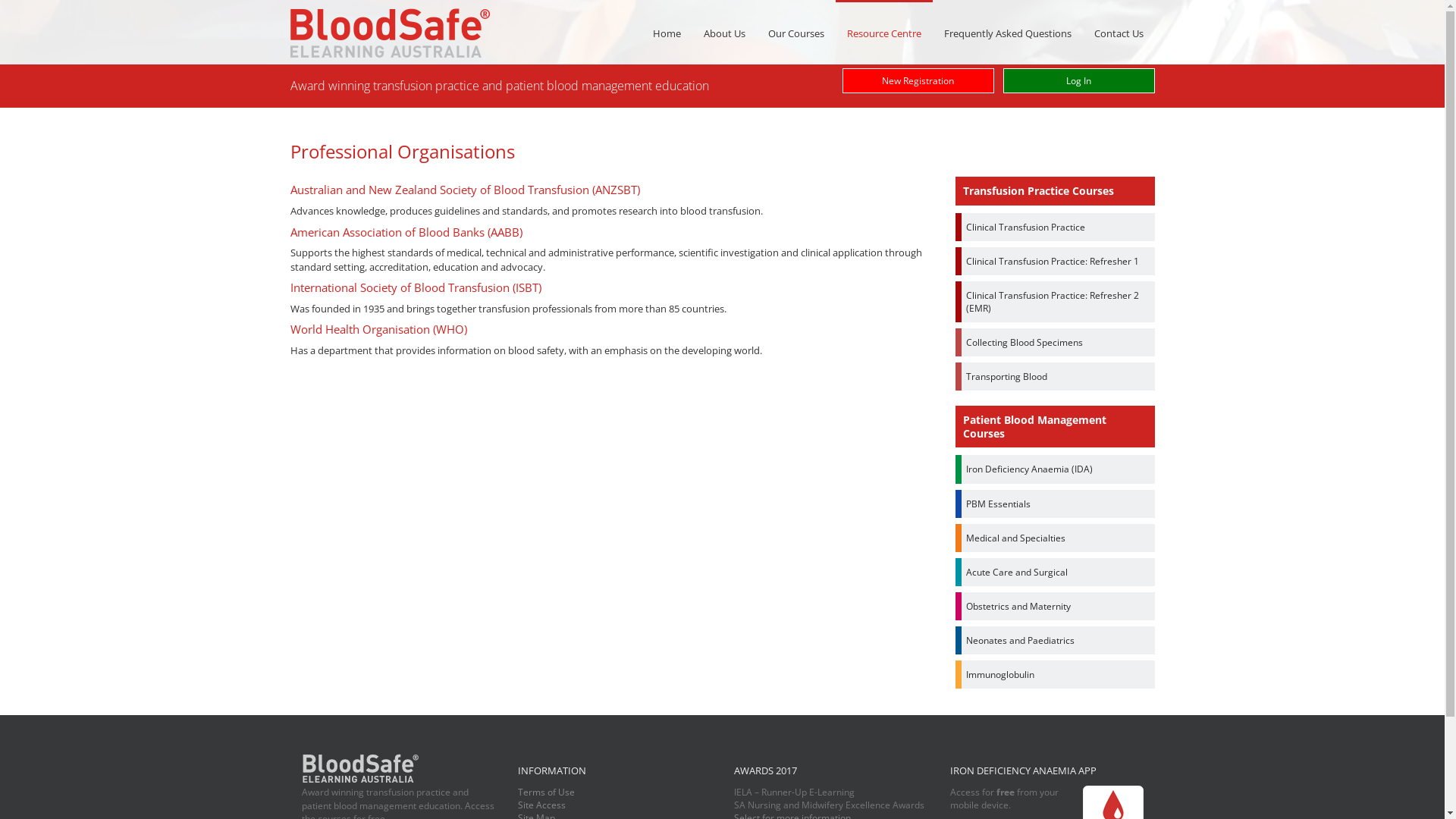 The image size is (1456, 819). What do you see at coordinates (954, 468) in the screenshot?
I see `'Iron Deficiency Anaemia (IDA)'` at bounding box center [954, 468].